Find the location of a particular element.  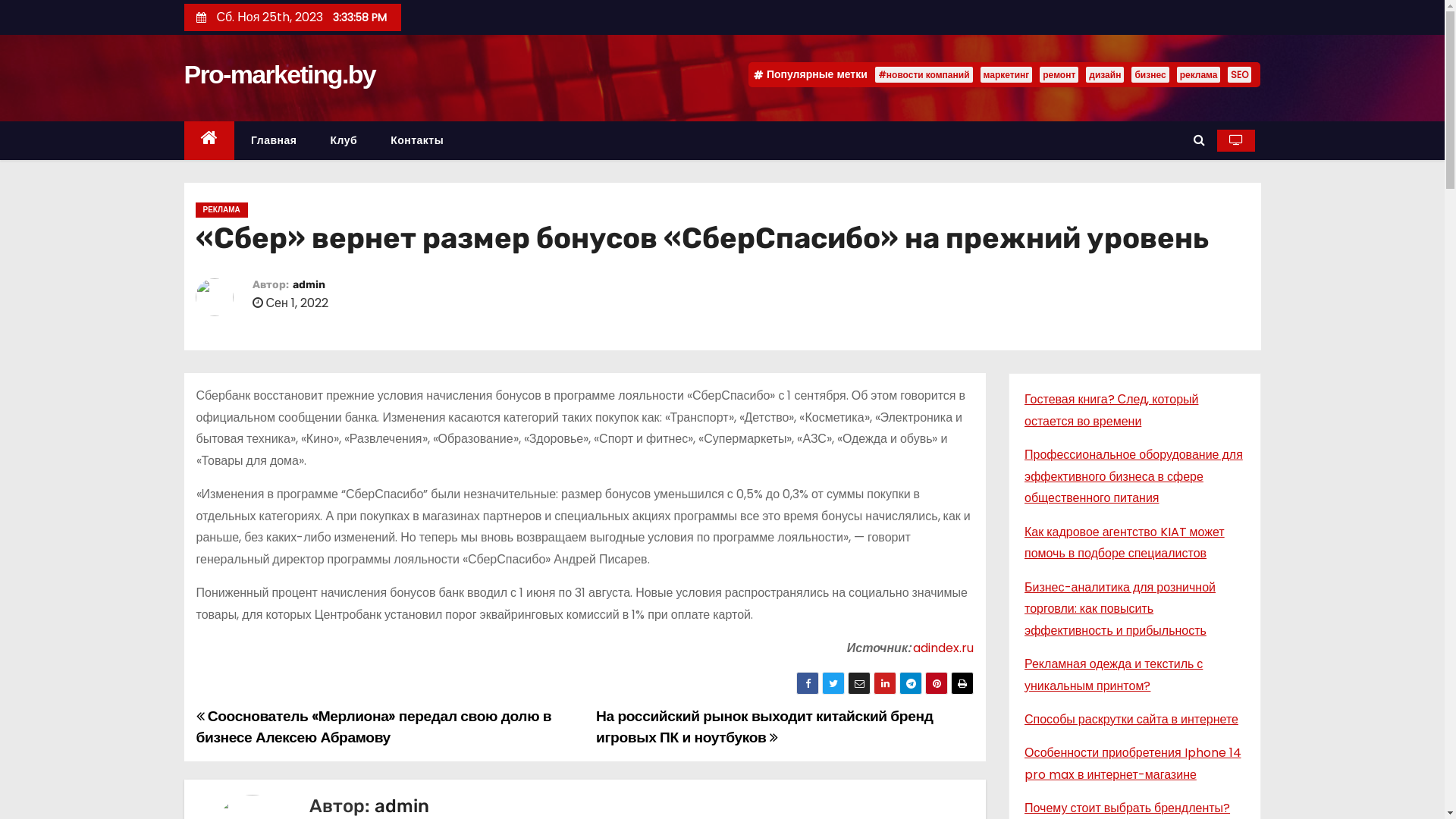

'Pro-marketing.by' is located at coordinates (279, 74).